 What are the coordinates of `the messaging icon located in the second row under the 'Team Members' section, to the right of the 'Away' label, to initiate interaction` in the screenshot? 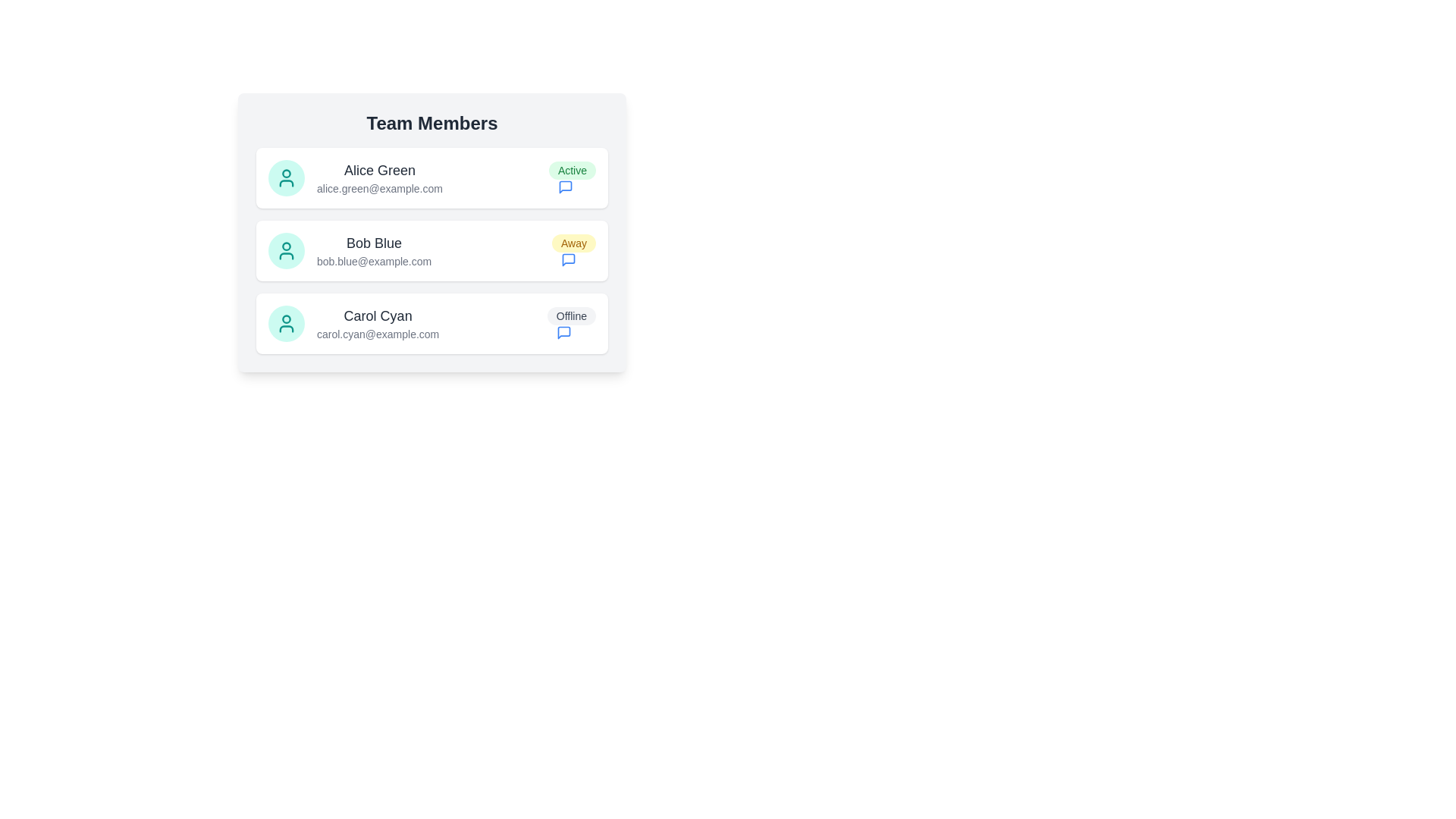 It's located at (567, 259).